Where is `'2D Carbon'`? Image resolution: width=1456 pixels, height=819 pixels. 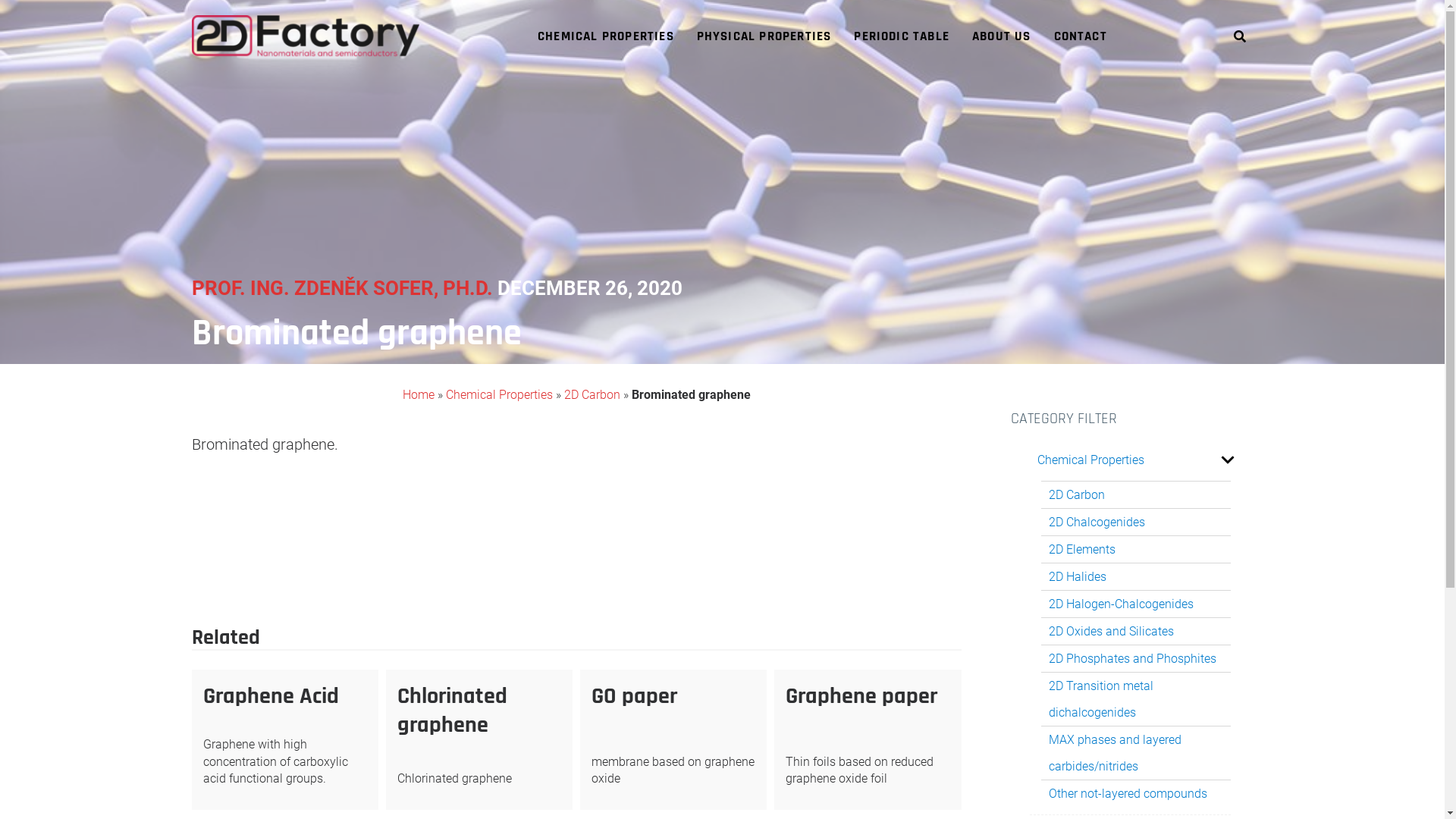
'2D Carbon' is located at coordinates (1047, 494).